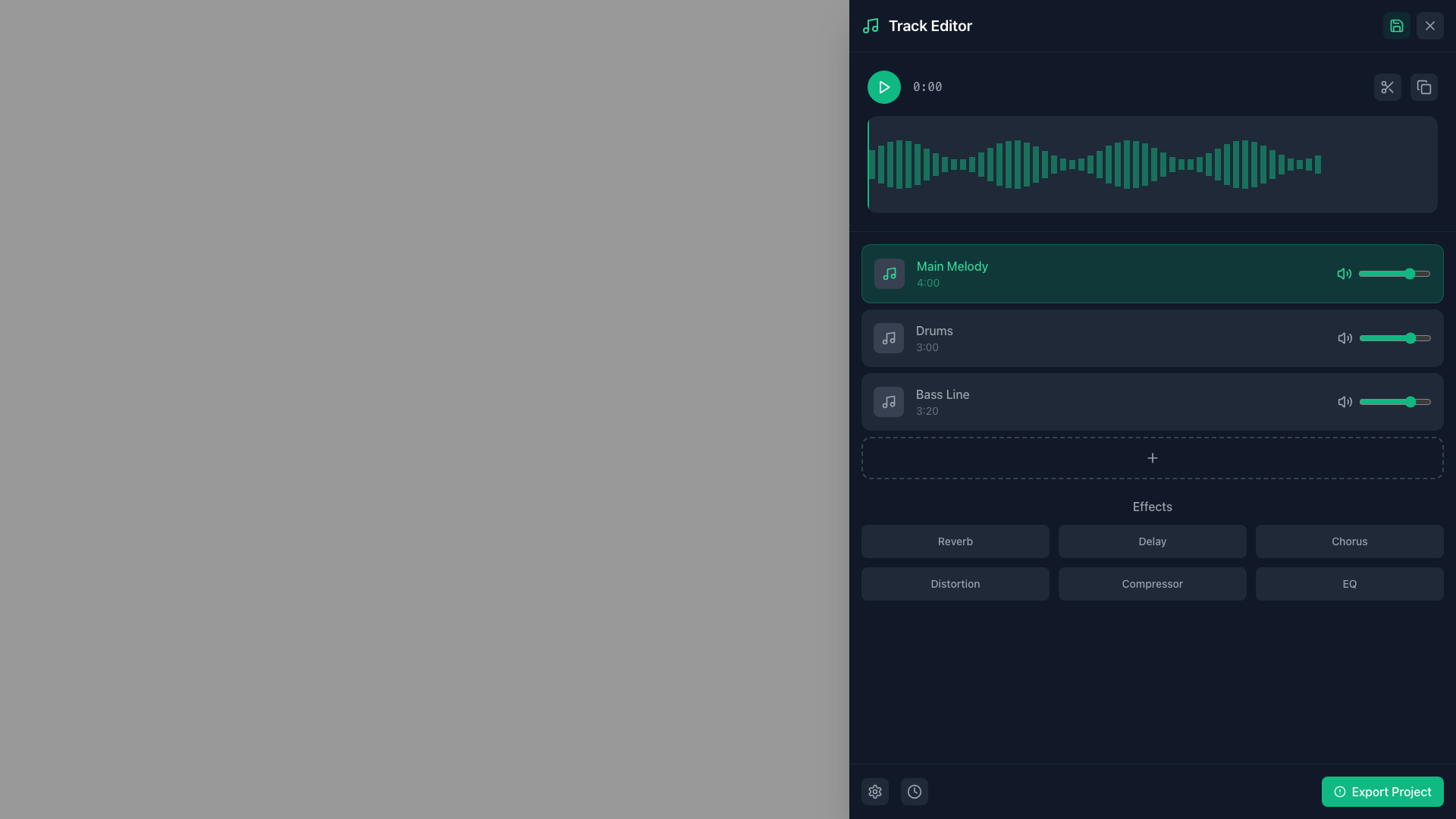 Image resolution: width=1456 pixels, height=819 pixels. Describe the element at coordinates (1429, 26) in the screenshot. I see `the close 'X' icon located at the top-right corner of the application interface` at that location.